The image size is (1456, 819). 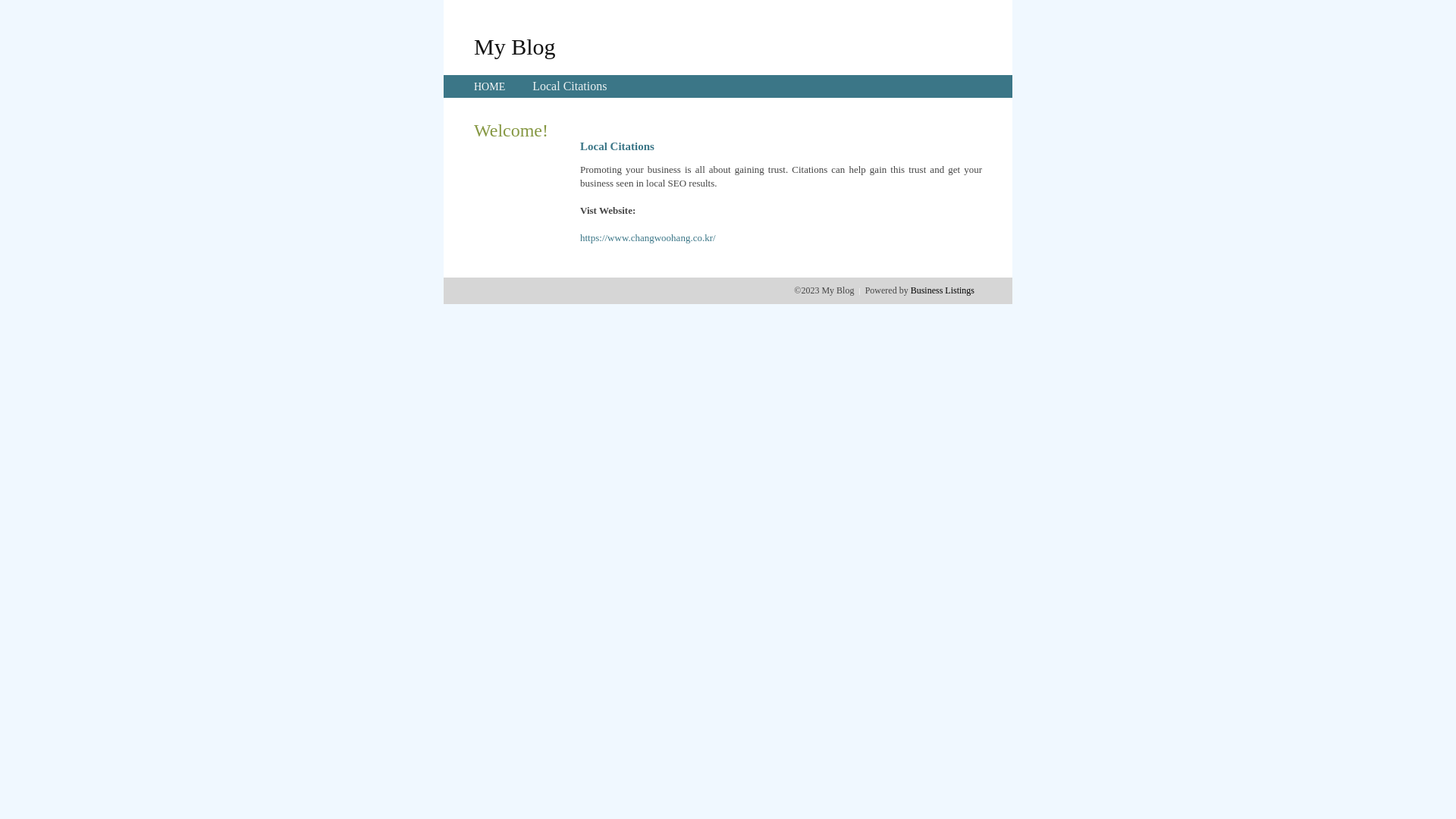 I want to click on 'HOME', so click(x=489, y=86).